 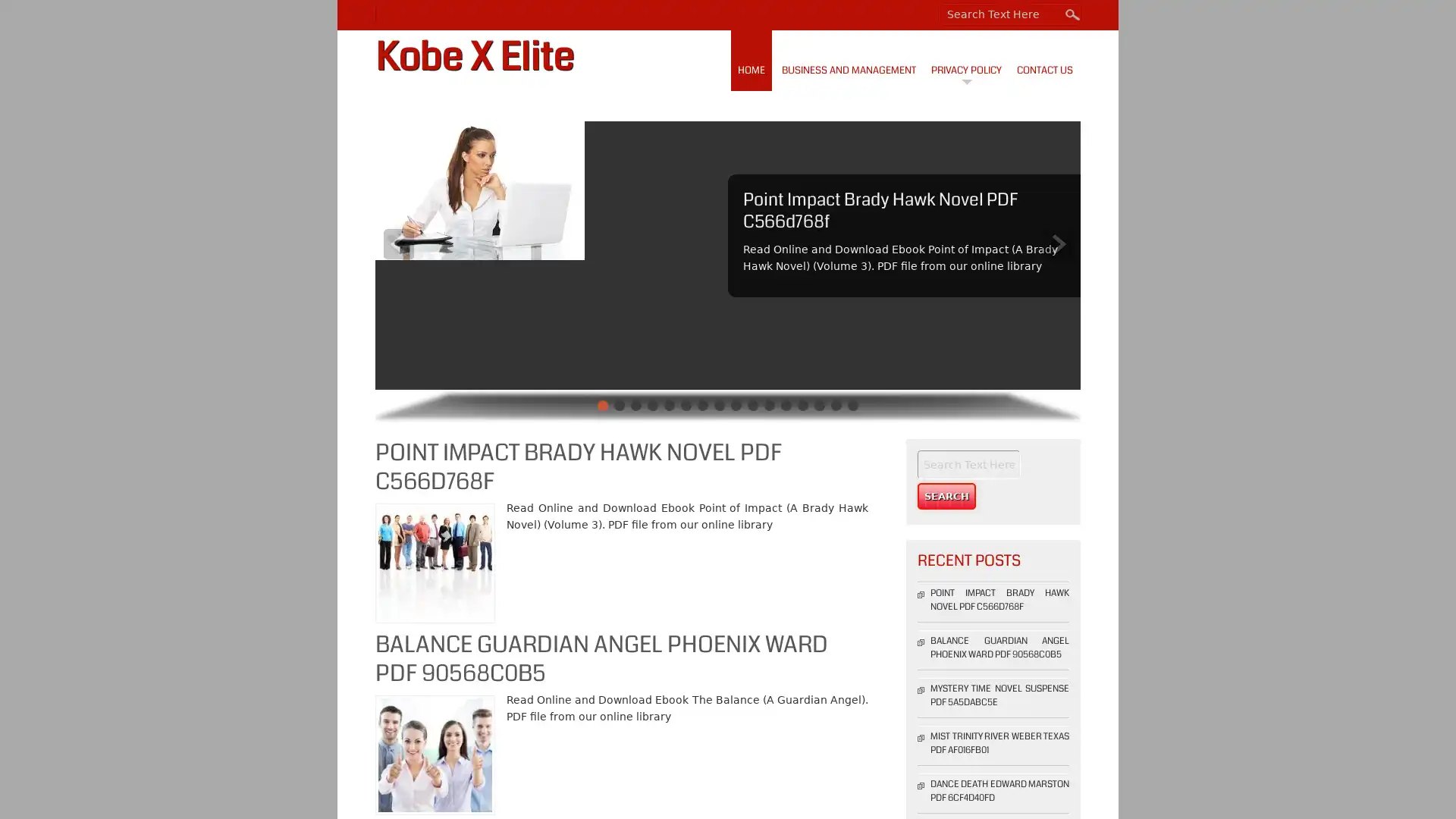 What do you see at coordinates (946, 496) in the screenshot?
I see `Search` at bounding box center [946, 496].